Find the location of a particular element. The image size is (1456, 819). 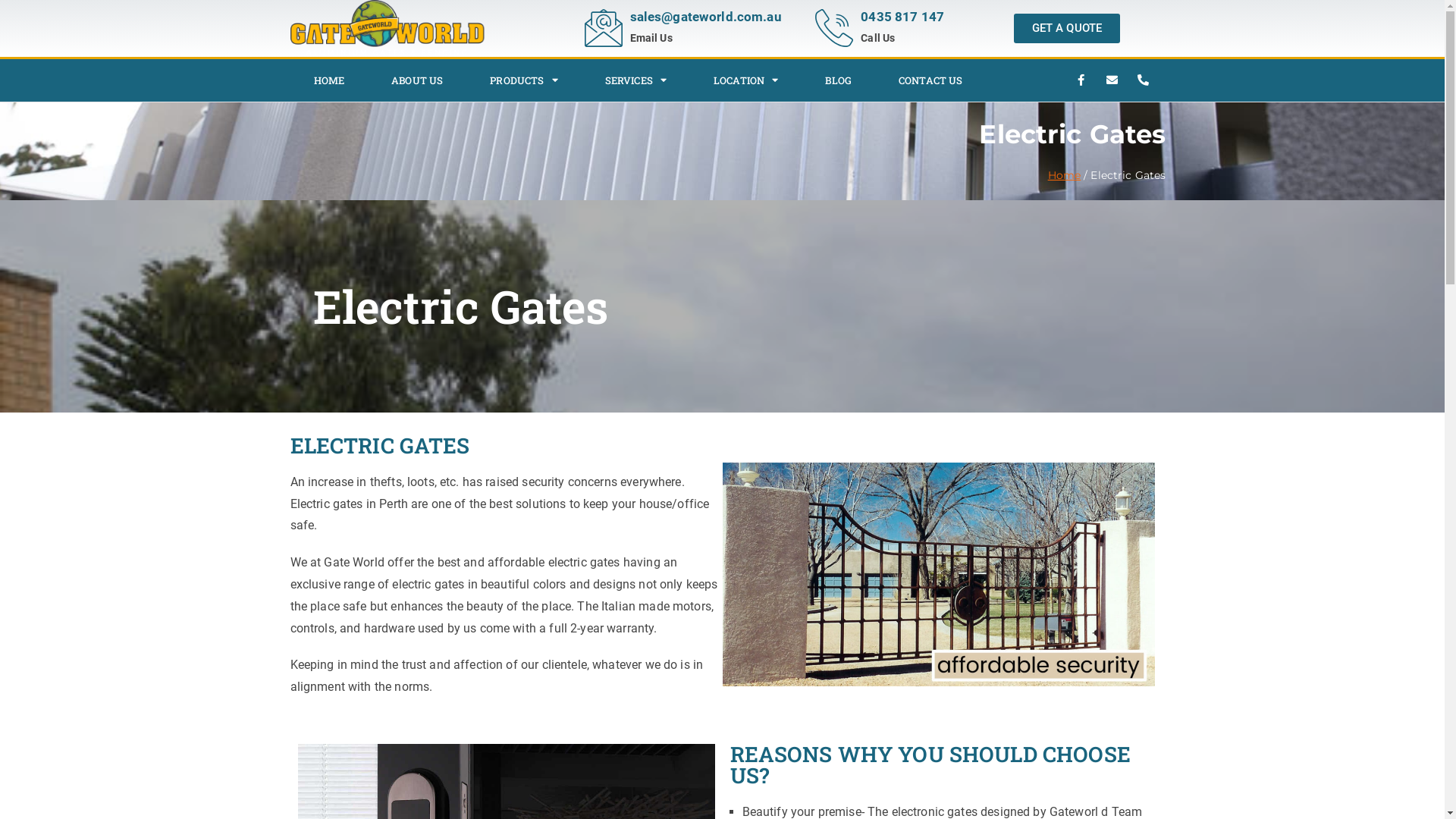

'LOCATION' is located at coordinates (745, 80).